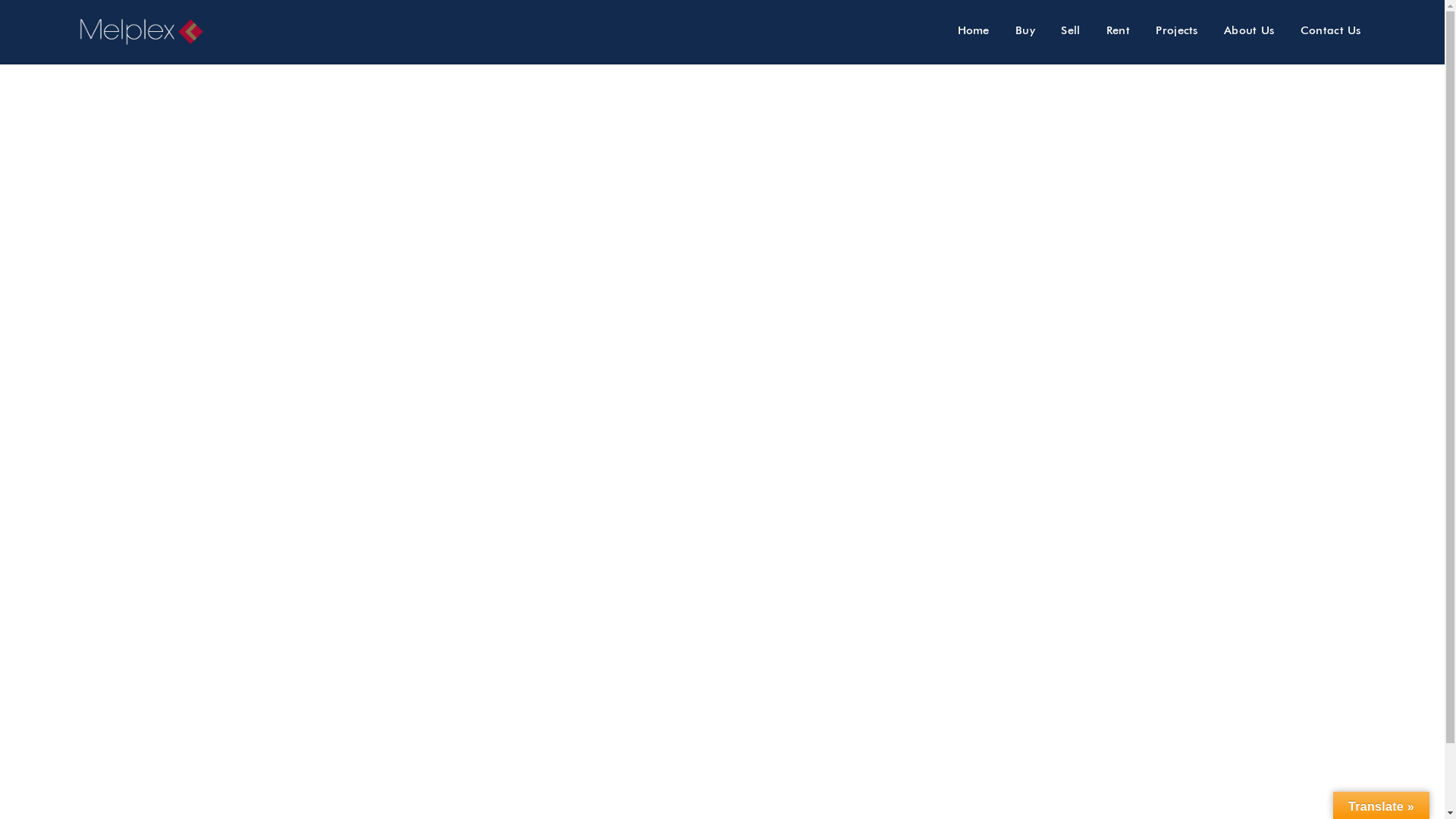 Image resolution: width=1456 pixels, height=819 pixels. I want to click on 'Buy', so click(1025, 30).